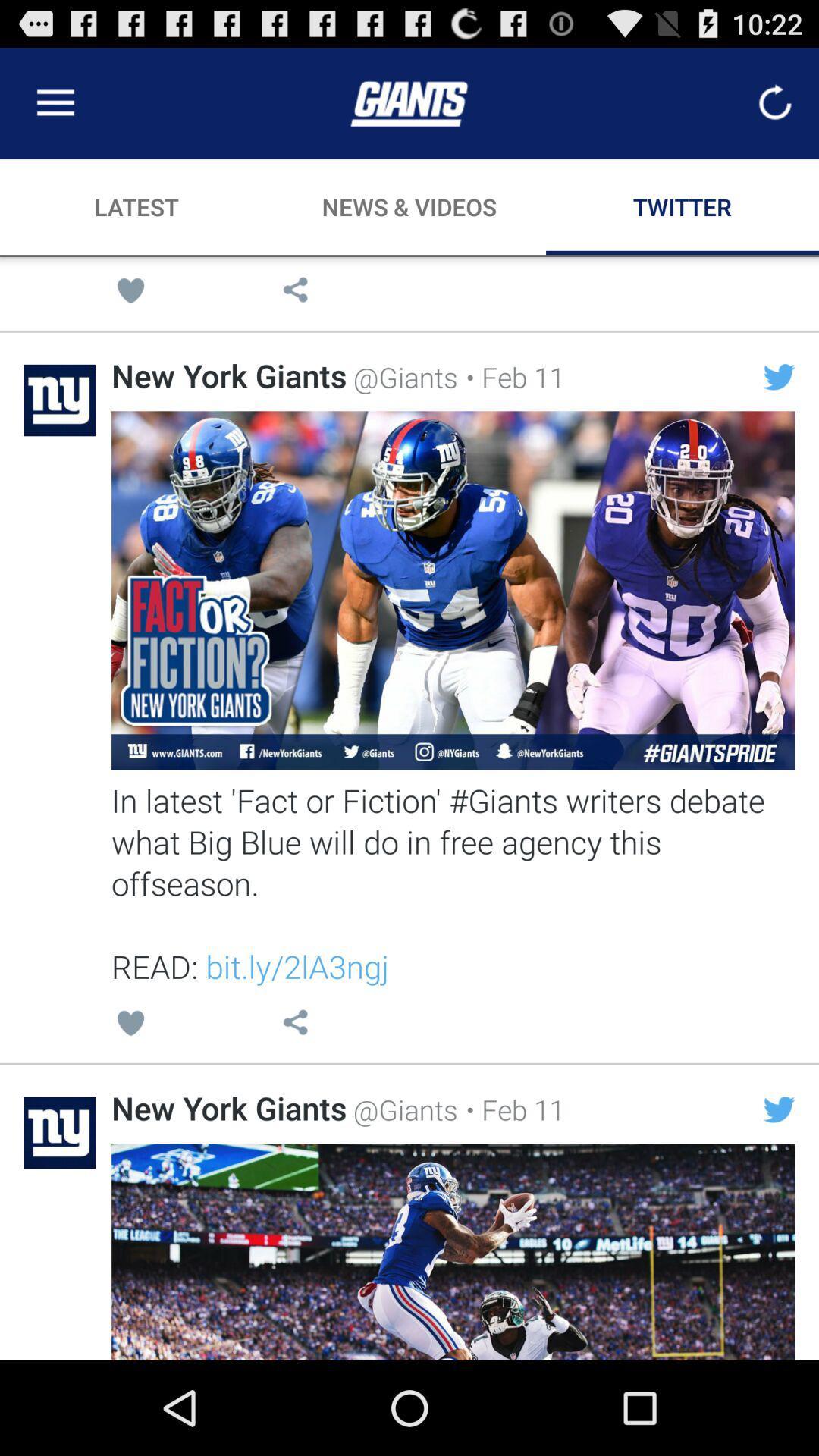 The width and height of the screenshot is (819, 1456). Describe the element at coordinates (452, 589) in the screenshot. I see `enlarge image` at that location.